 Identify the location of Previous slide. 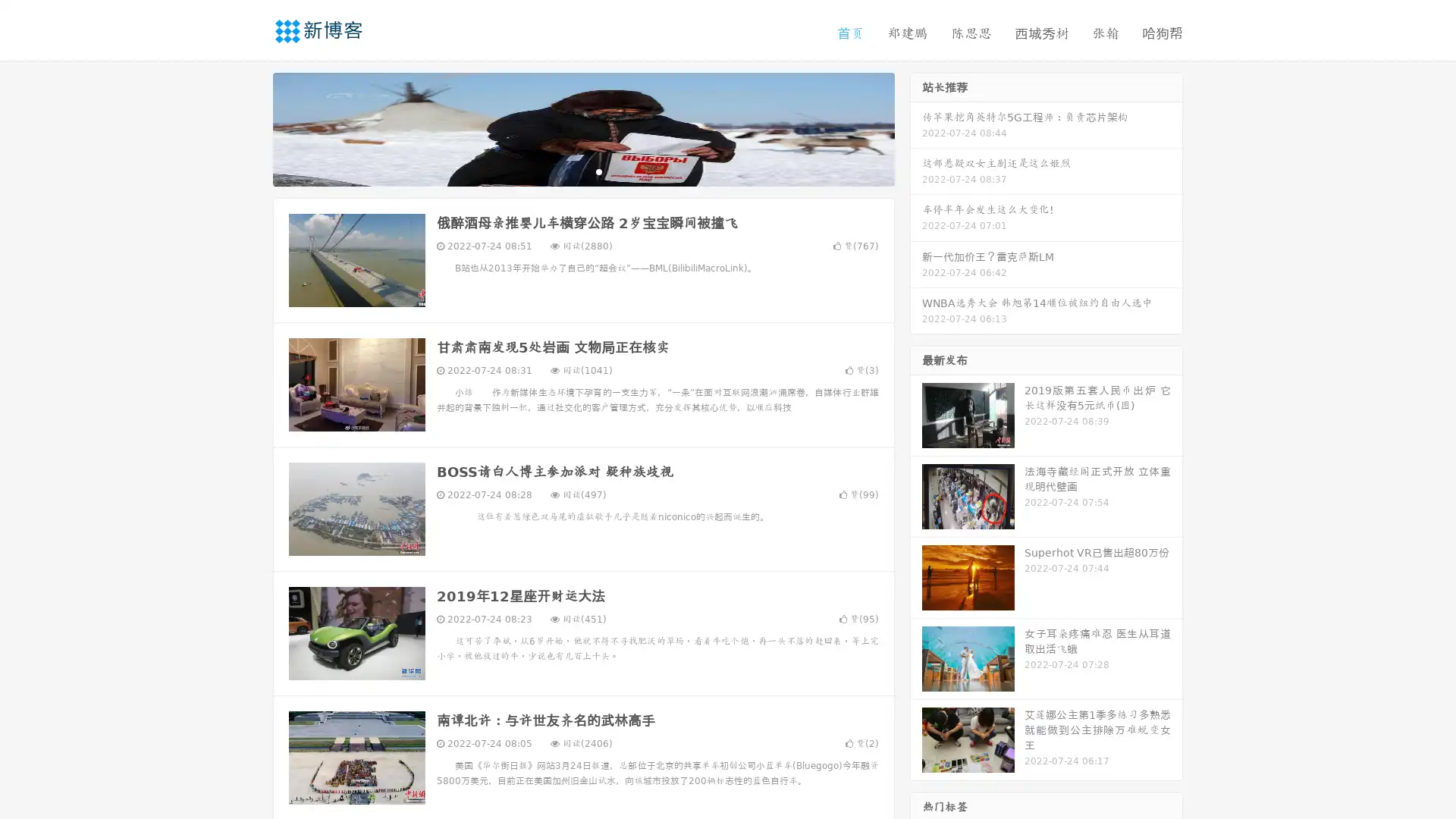
(250, 127).